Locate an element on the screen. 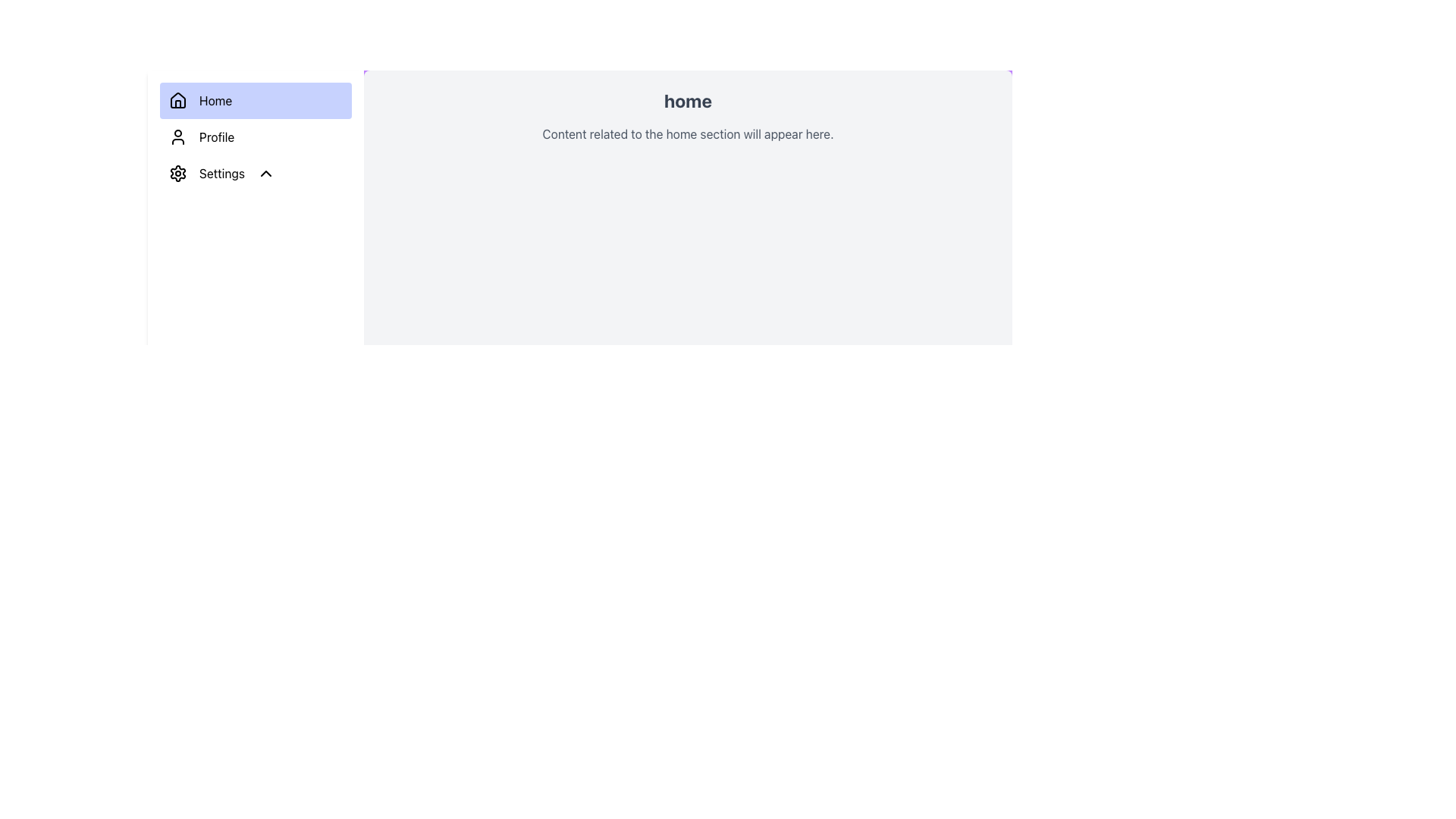 The image size is (1456, 819). text of the Text Label element labeled 'home', which is positioned at the upper area of the central content panel is located at coordinates (687, 100).